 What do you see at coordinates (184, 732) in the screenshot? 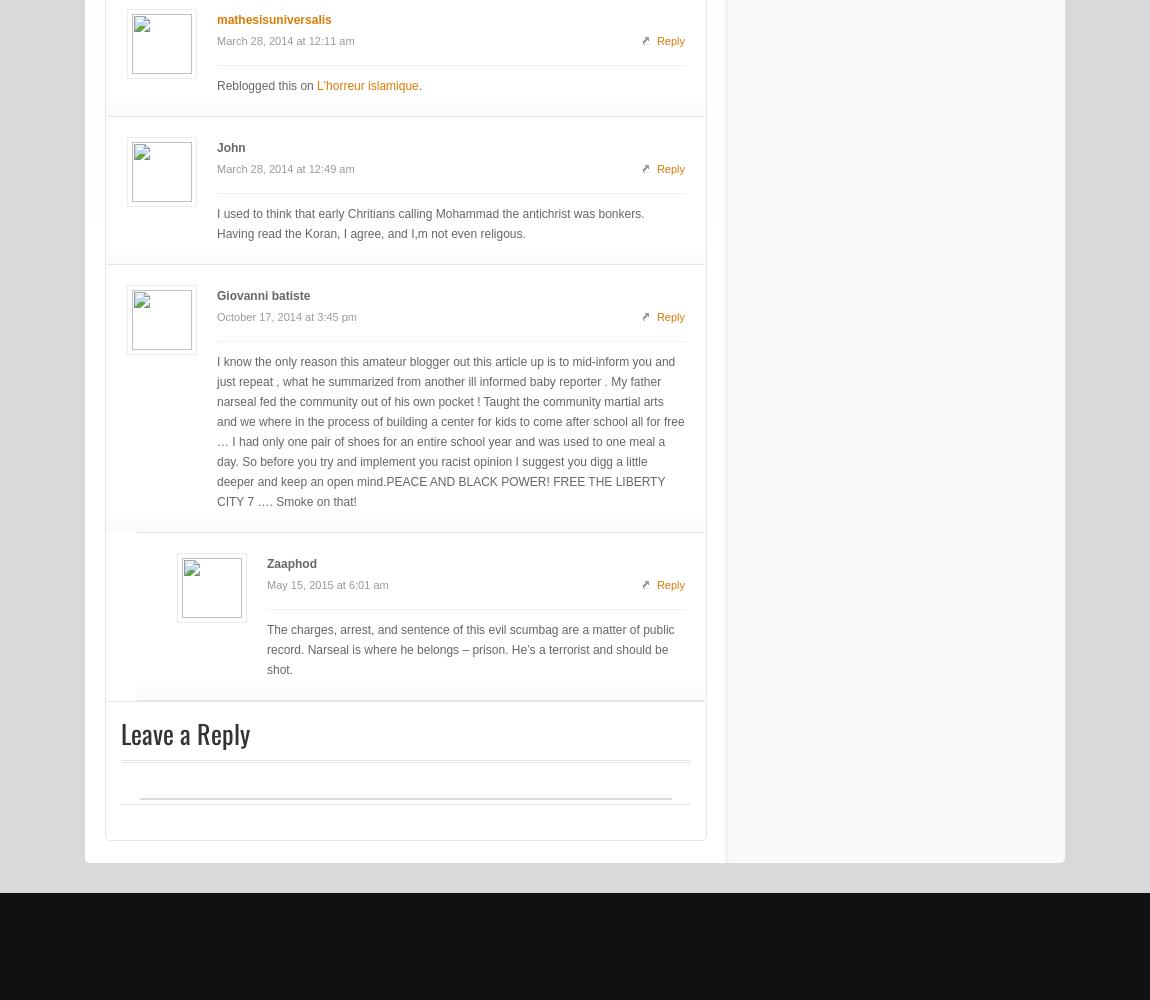
I see `'Leave a Reply'` at bounding box center [184, 732].